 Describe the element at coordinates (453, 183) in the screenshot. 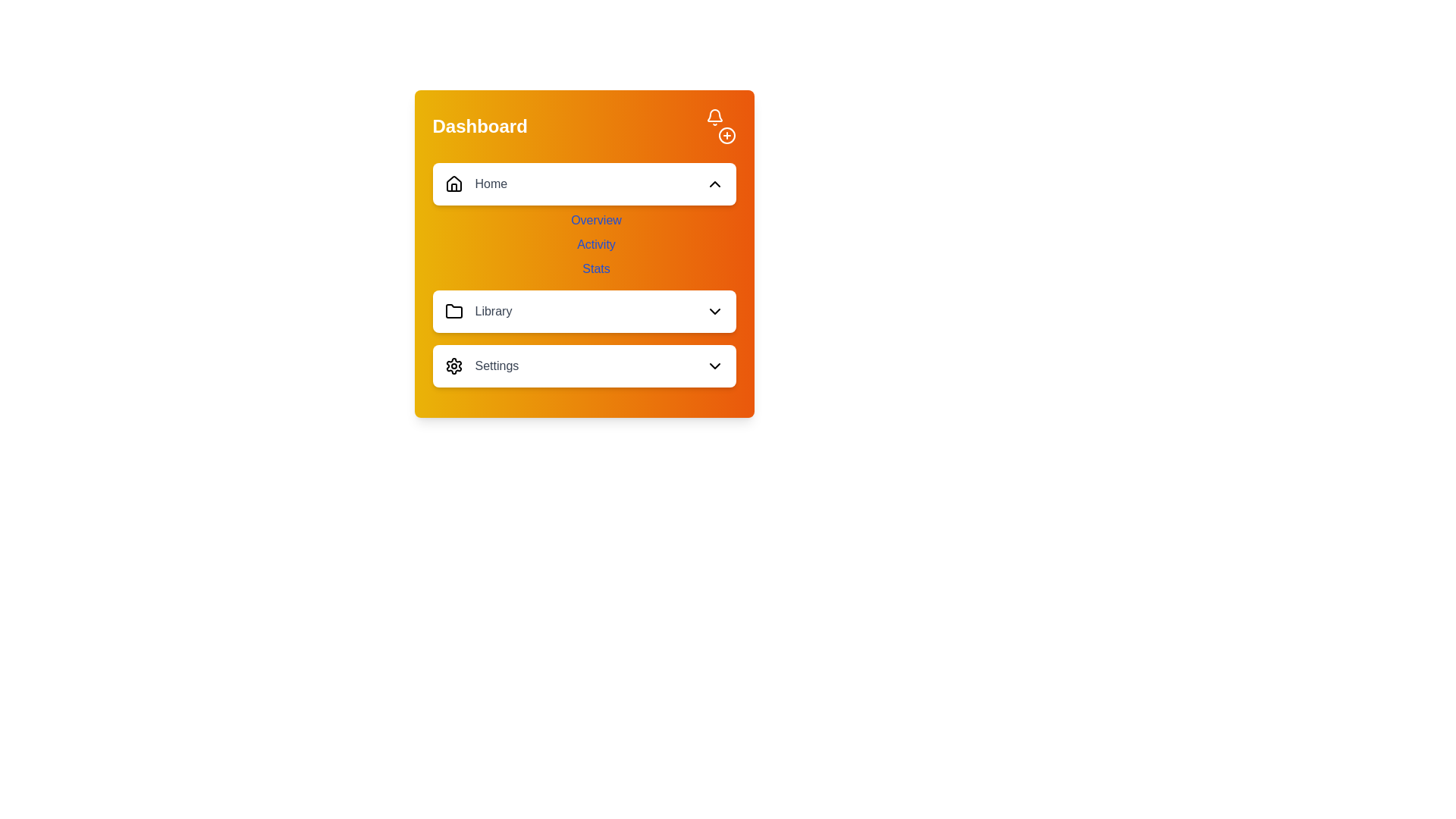

I see `the house-shaped icon with a minimalistic design, outlined in black strokes, located at the specified coordinates` at that location.